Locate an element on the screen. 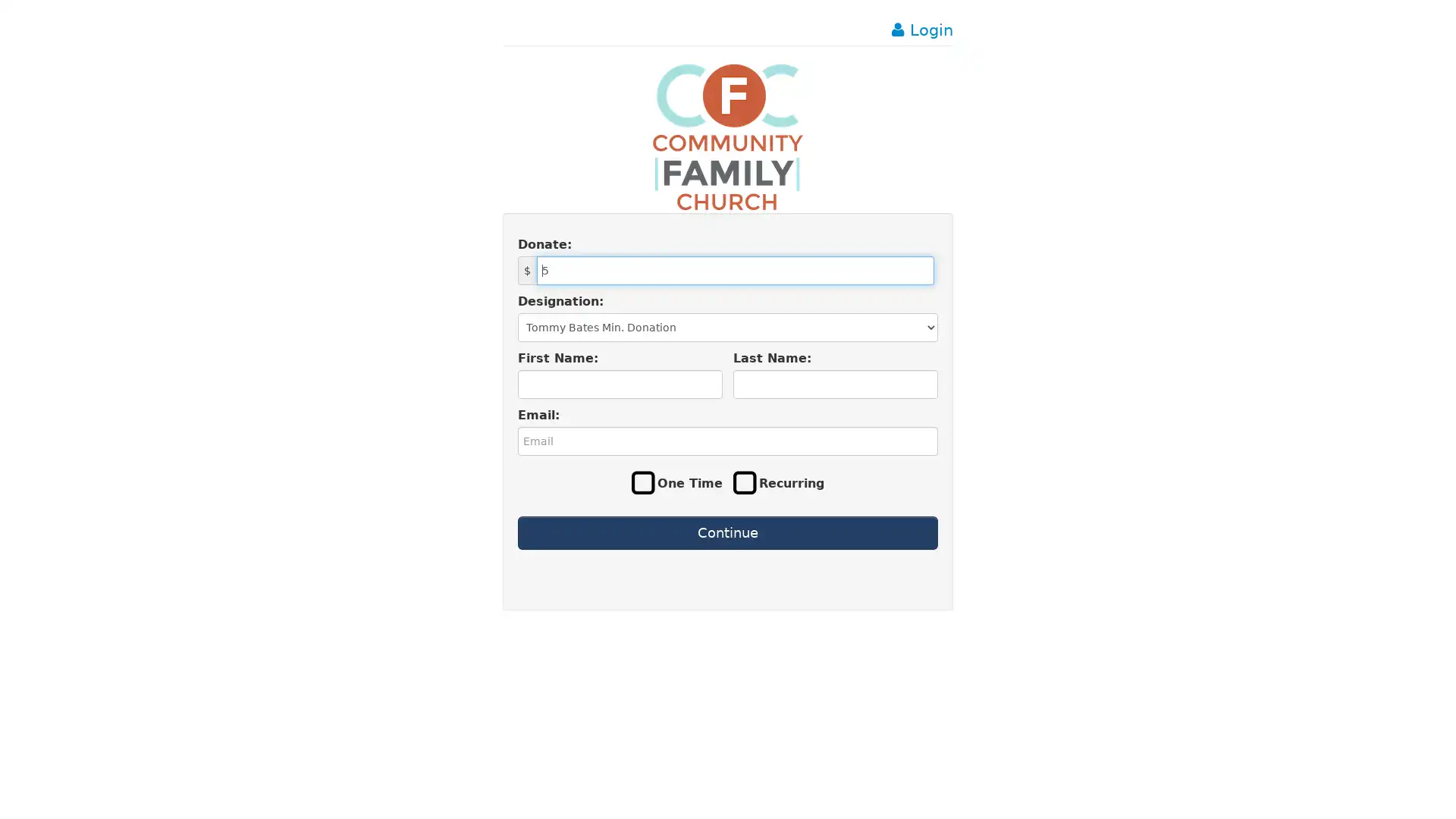 The height and width of the screenshot is (819, 1456). Continue is located at coordinates (726, 532).